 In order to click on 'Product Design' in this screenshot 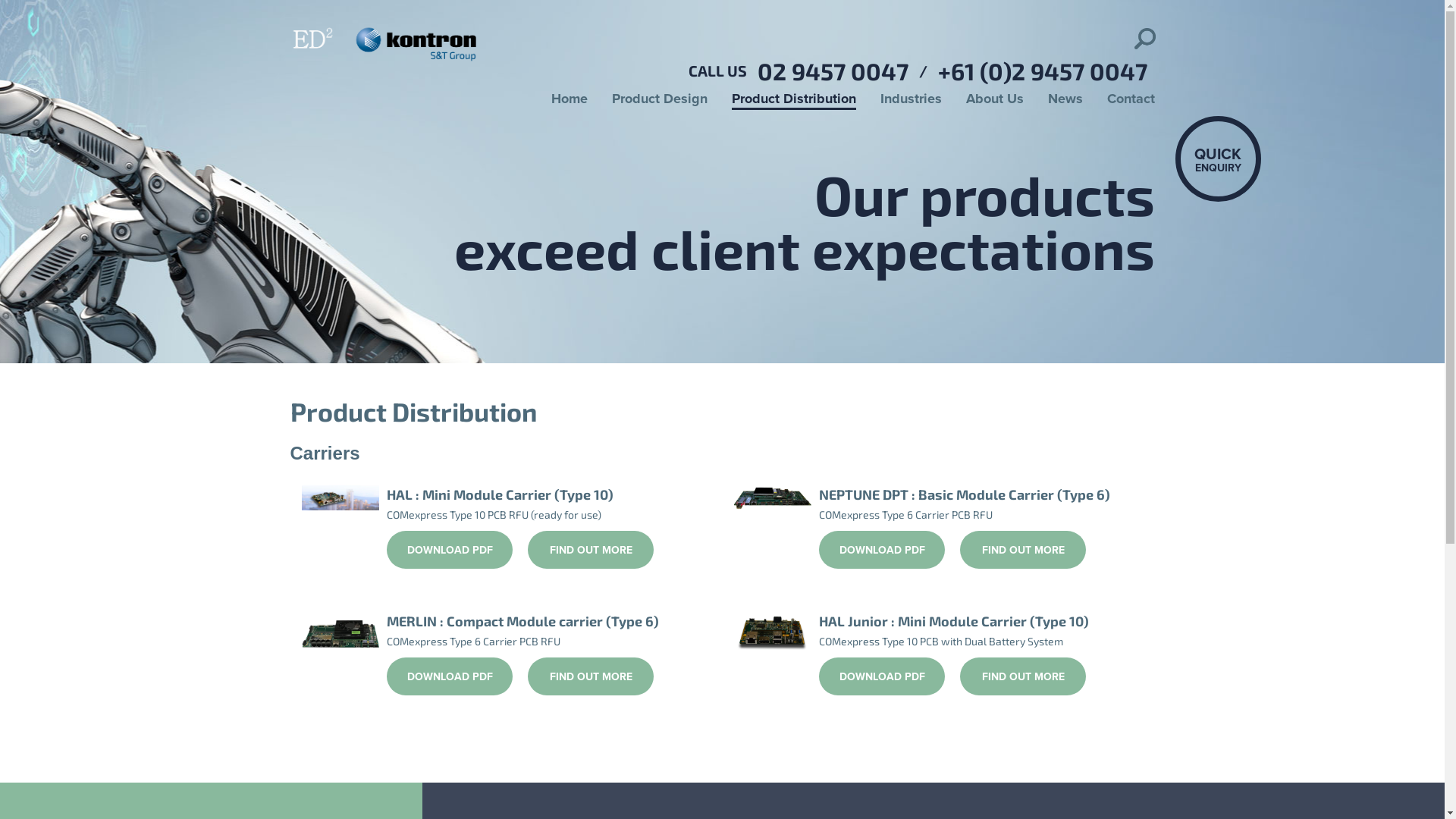, I will do `click(658, 99)`.